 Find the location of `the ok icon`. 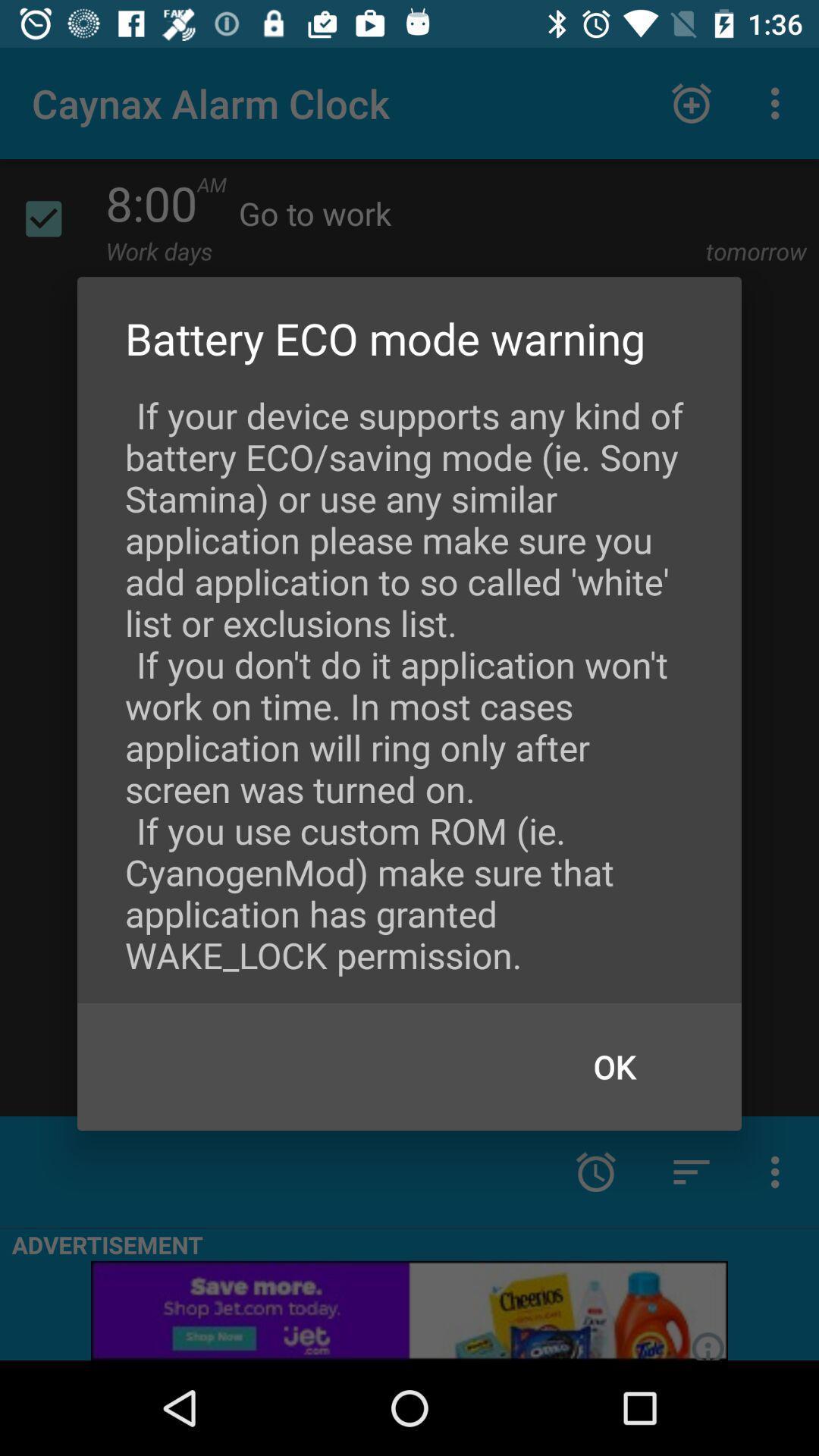

the ok icon is located at coordinates (614, 1065).